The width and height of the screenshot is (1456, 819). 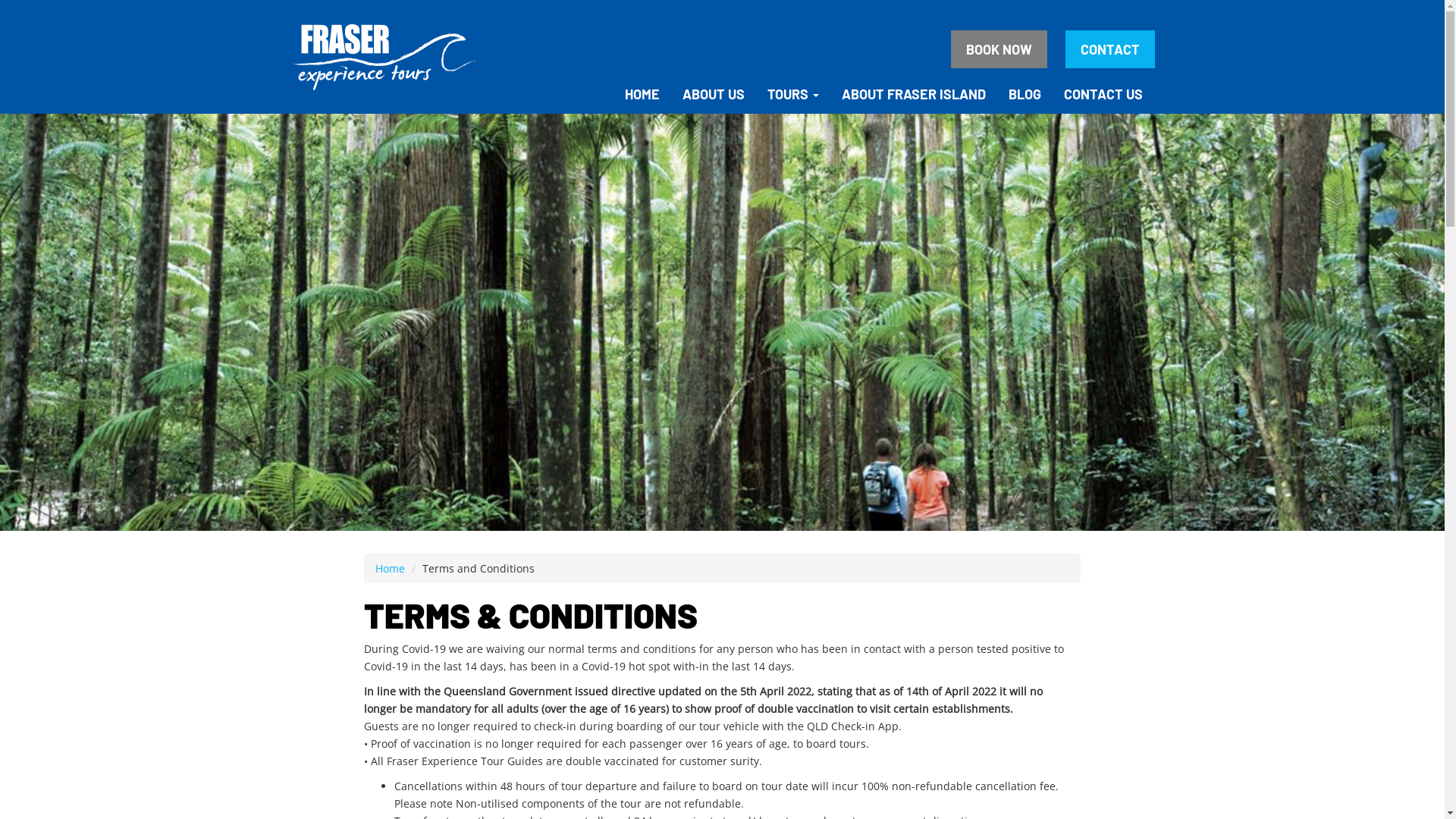 I want to click on 'TOURS', so click(x=755, y=93).